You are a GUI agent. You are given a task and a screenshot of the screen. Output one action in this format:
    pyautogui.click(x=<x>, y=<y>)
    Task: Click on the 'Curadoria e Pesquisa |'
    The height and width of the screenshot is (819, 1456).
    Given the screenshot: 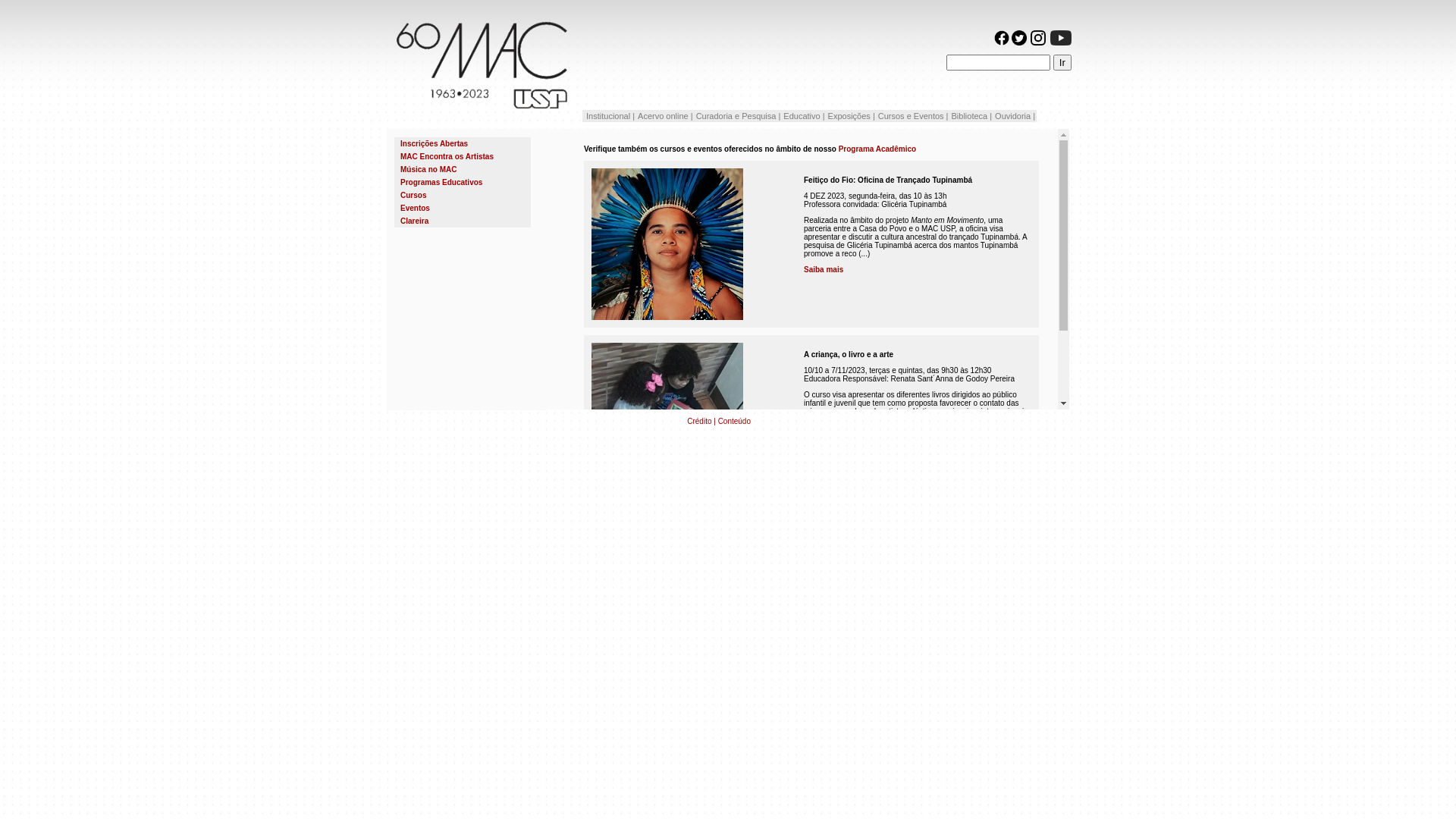 What is the action you would take?
    pyautogui.click(x=694, y=115)
    